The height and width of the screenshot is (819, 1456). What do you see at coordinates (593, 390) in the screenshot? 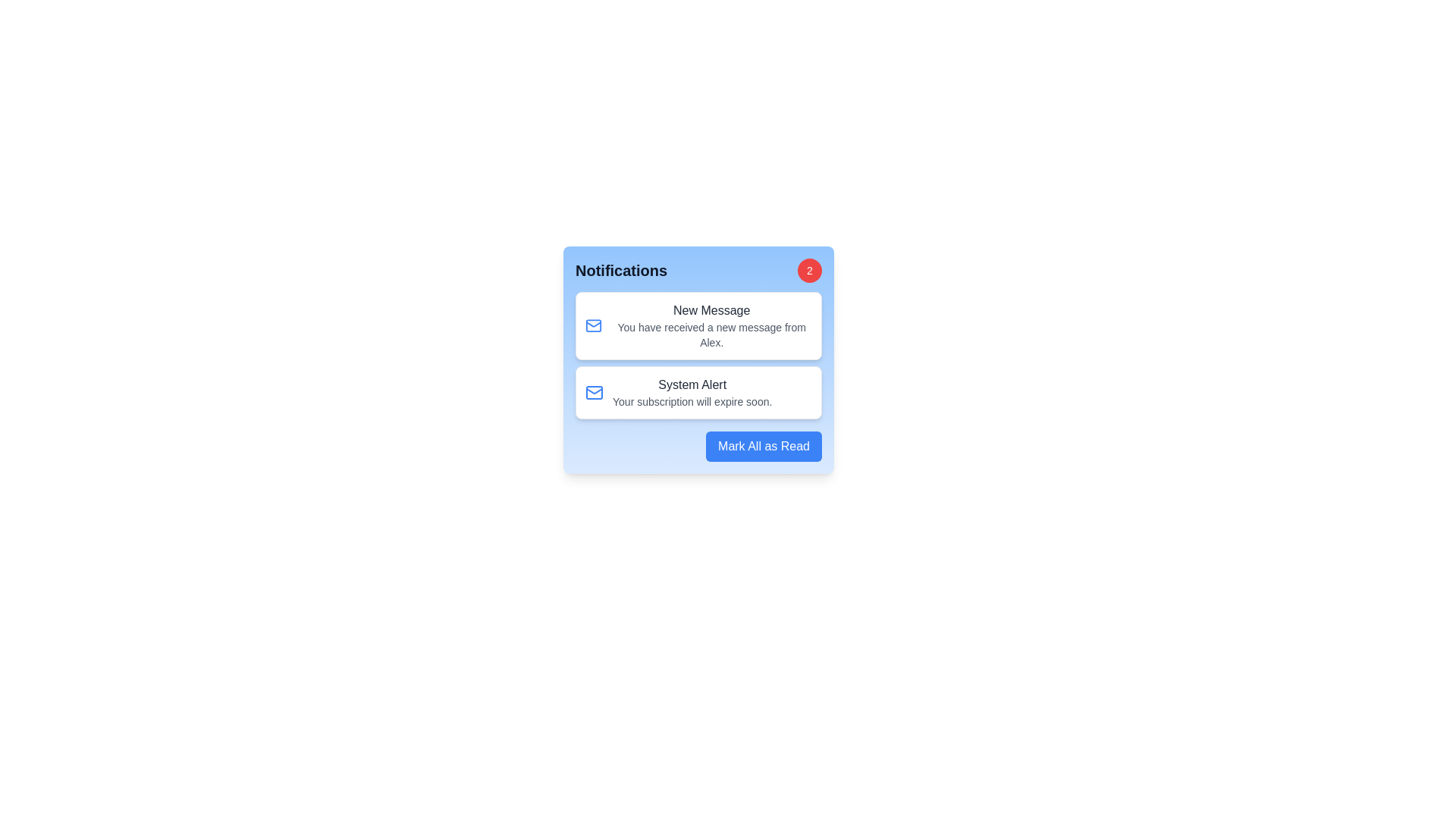
I see `the decorative flap of the envelope icon, which is located at the bottom part of the icon and aligned to the left of the 'New Message' text` at bounding box center [593, 390].